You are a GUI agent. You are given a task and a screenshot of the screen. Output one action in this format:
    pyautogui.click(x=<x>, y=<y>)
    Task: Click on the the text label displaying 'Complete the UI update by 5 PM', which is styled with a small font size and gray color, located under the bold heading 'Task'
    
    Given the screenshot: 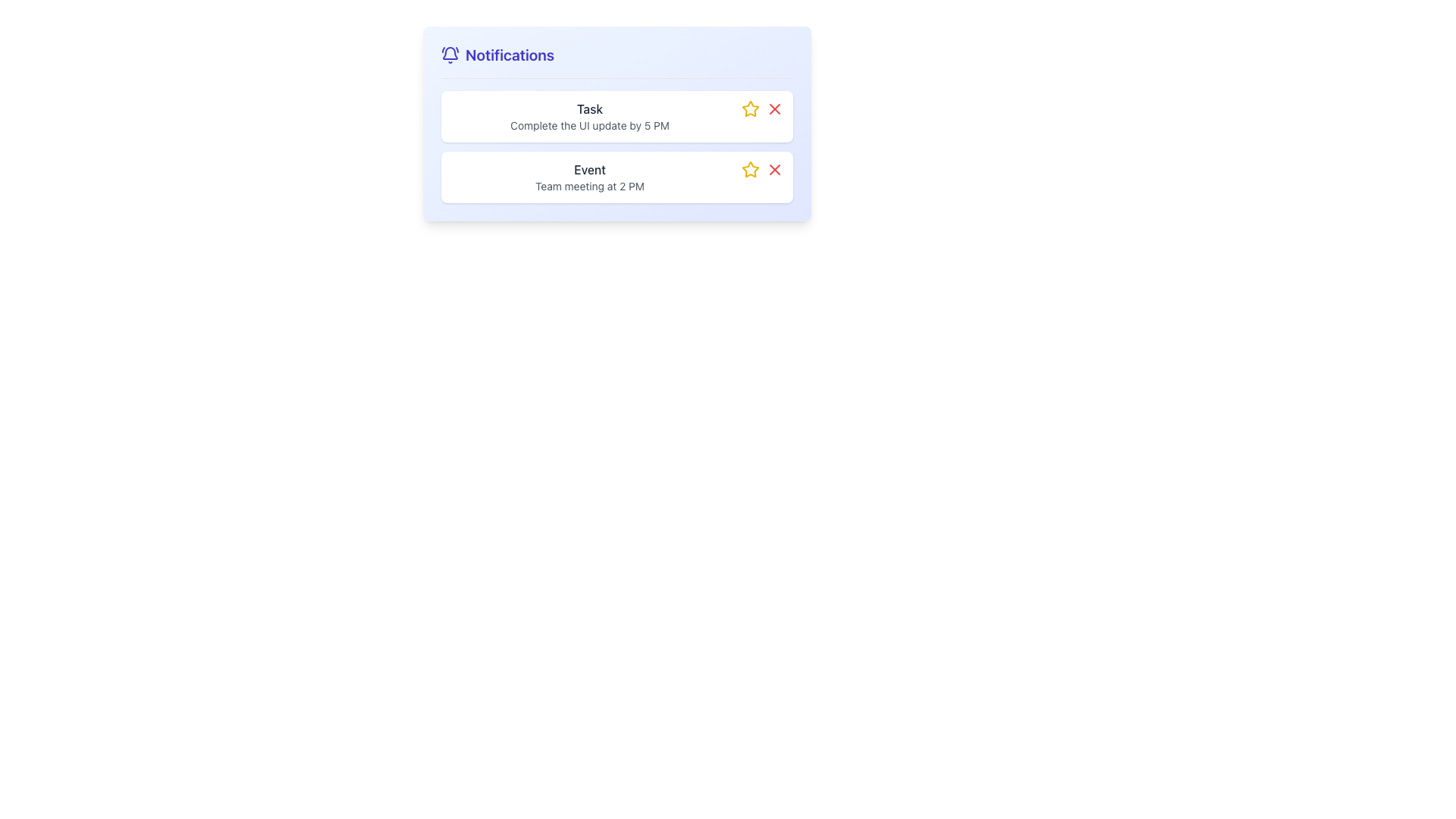 What is the action you would take?
    pyautogui.click(x=588, y=124)
    